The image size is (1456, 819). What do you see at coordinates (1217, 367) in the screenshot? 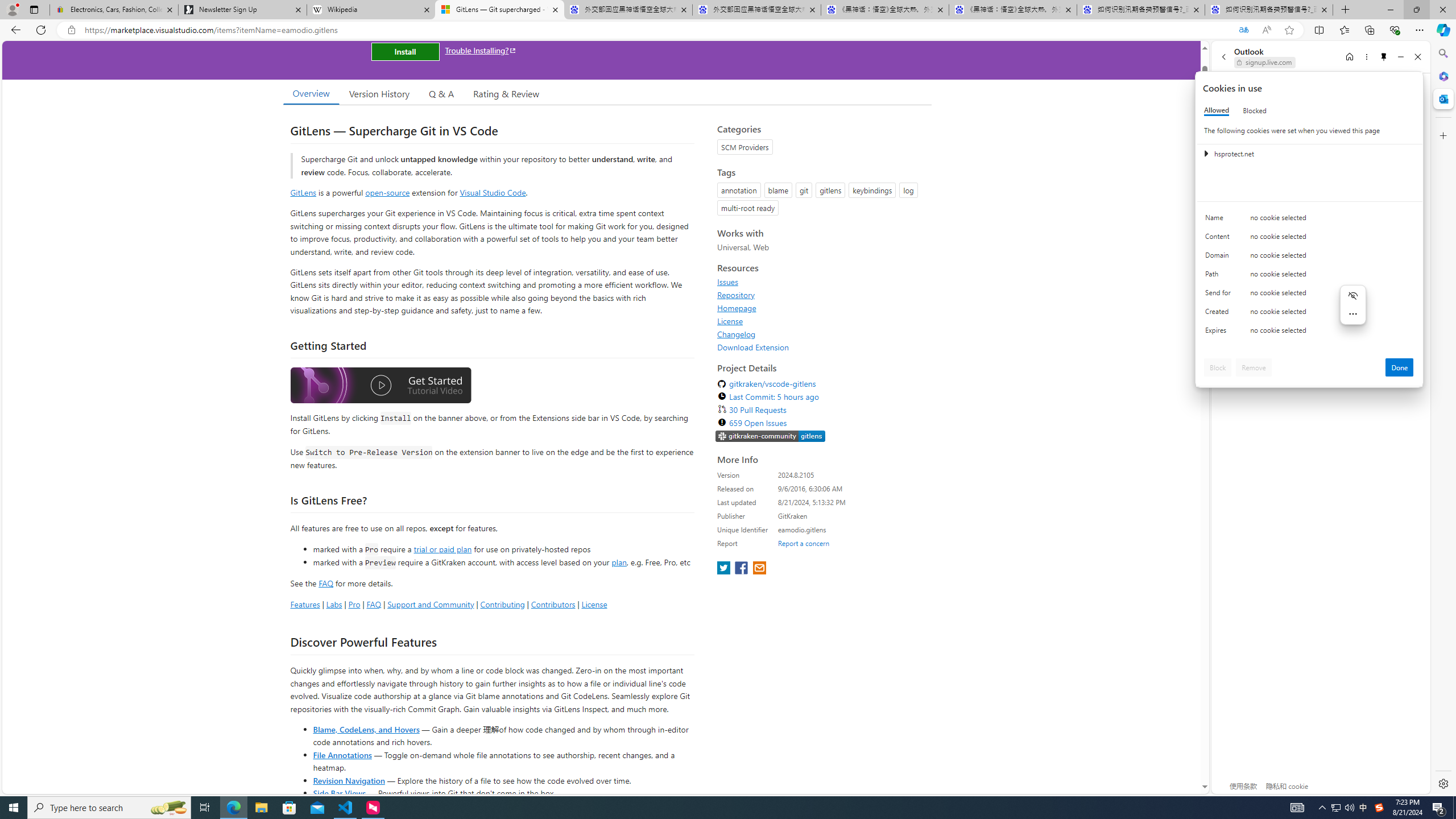
I see `'Block'` at bounding box center [1217, 367].